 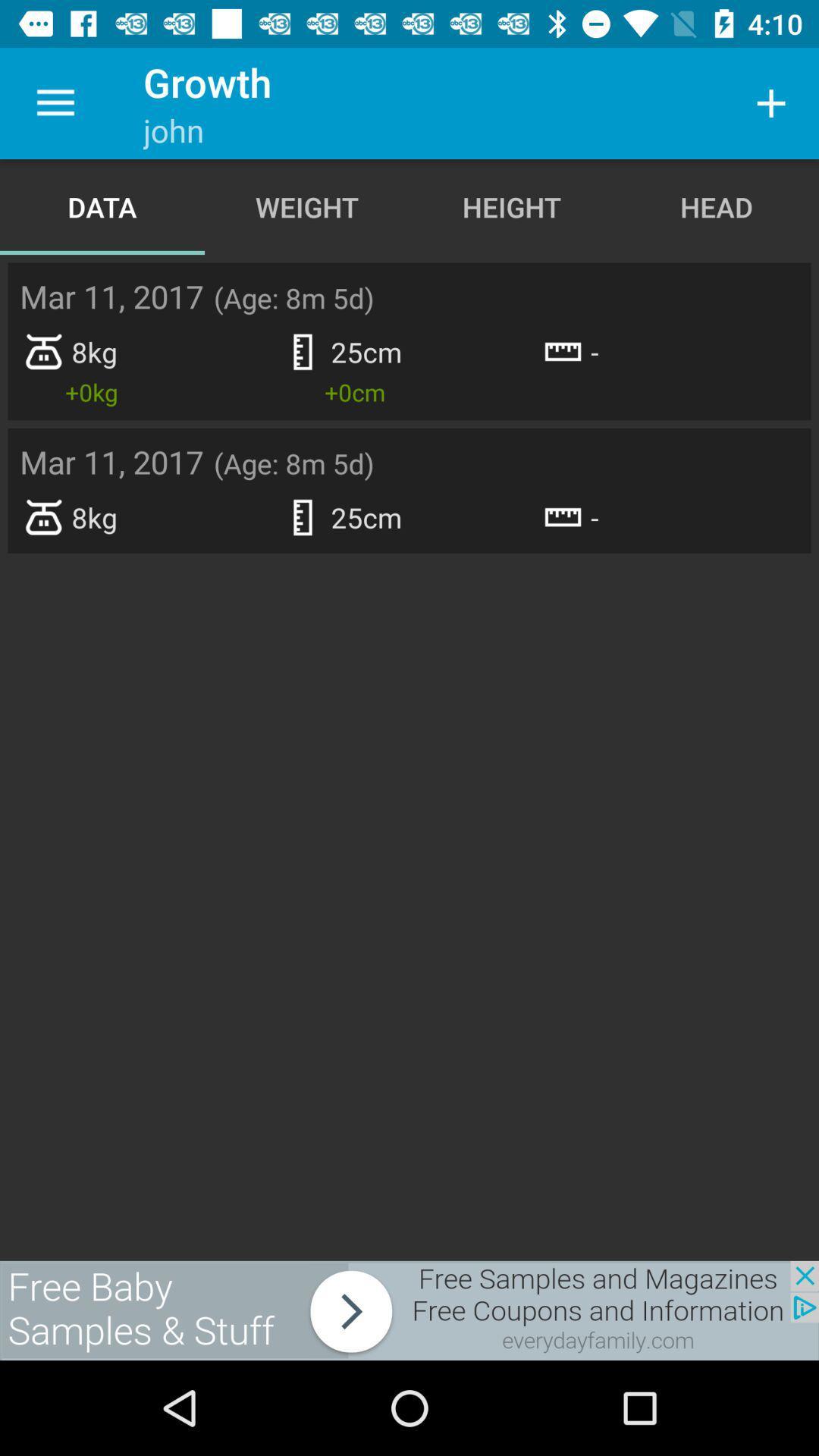 I want to click on advertisement image/link, so click(x=409, y=1310).